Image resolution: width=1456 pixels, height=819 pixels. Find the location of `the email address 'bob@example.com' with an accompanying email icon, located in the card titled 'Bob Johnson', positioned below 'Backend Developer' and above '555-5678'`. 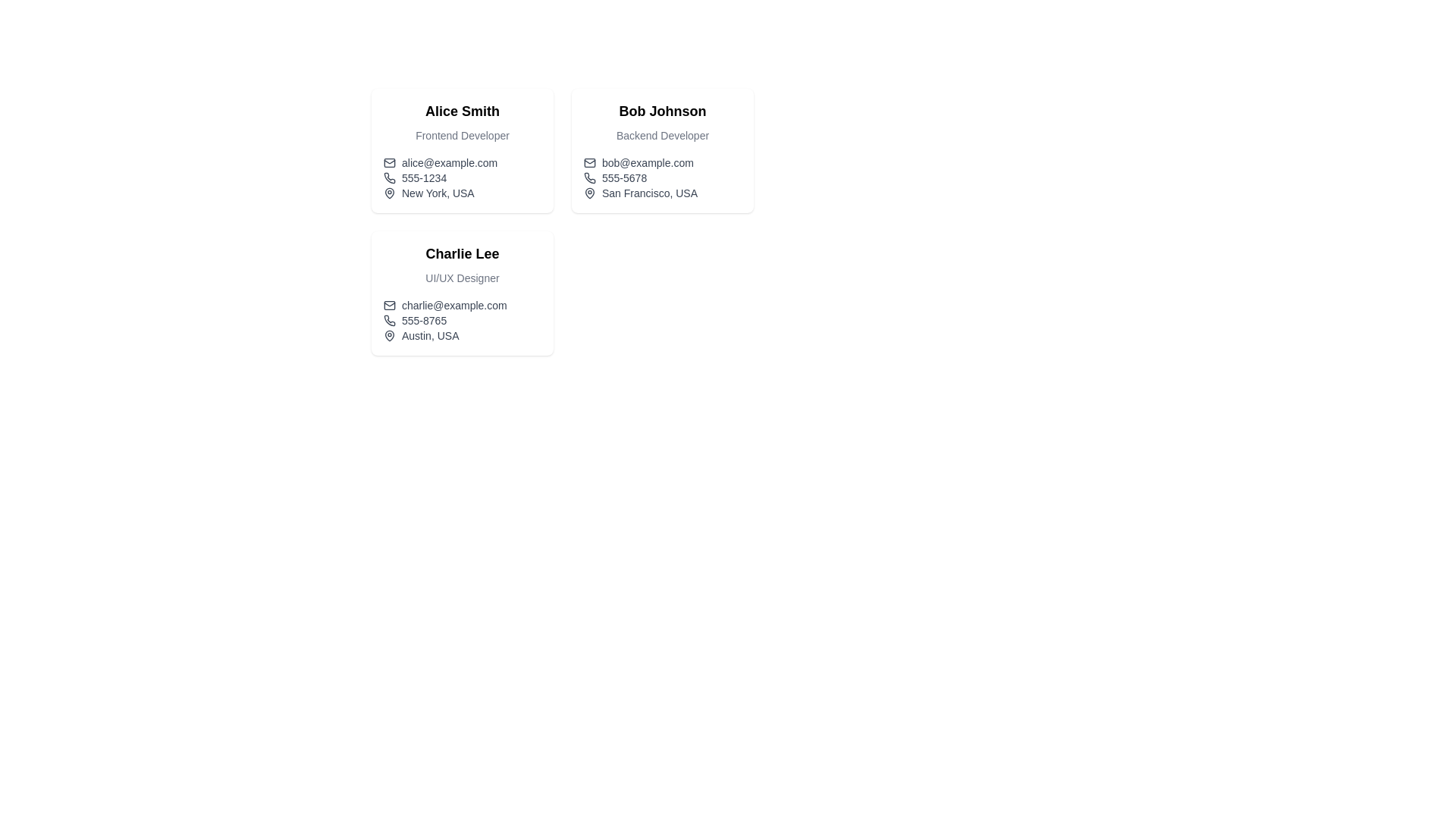

the email address 'bob@example.com' with an accompanying email icon, located in the card titled 'Bob Johnson', positioned below 'Backend Developer' and above '555-5678' is located at coordinates (662, 163).